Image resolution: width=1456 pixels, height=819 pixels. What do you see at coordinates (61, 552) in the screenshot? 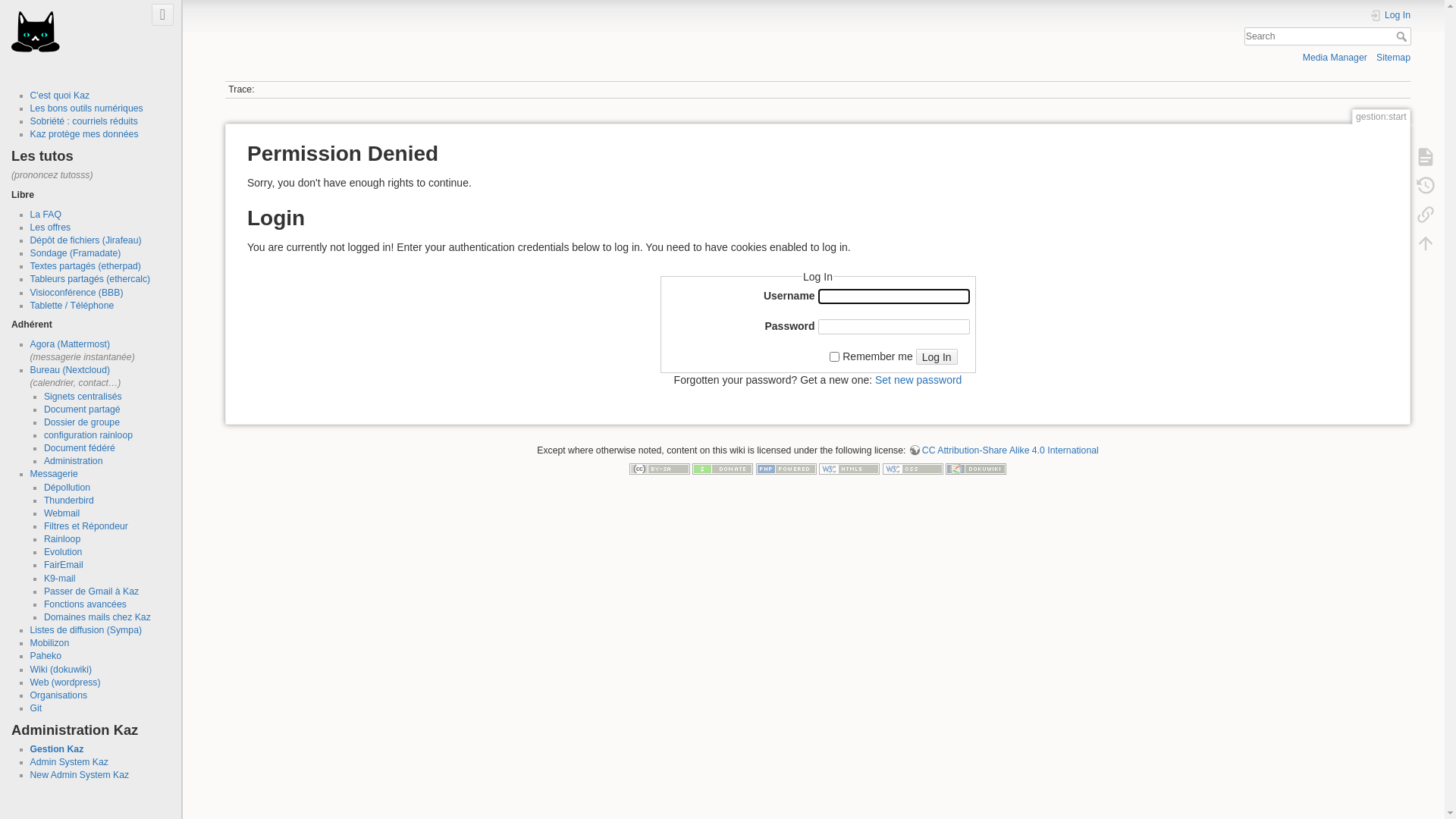
I see `'Evolution'` at bounding box center [61, 552].